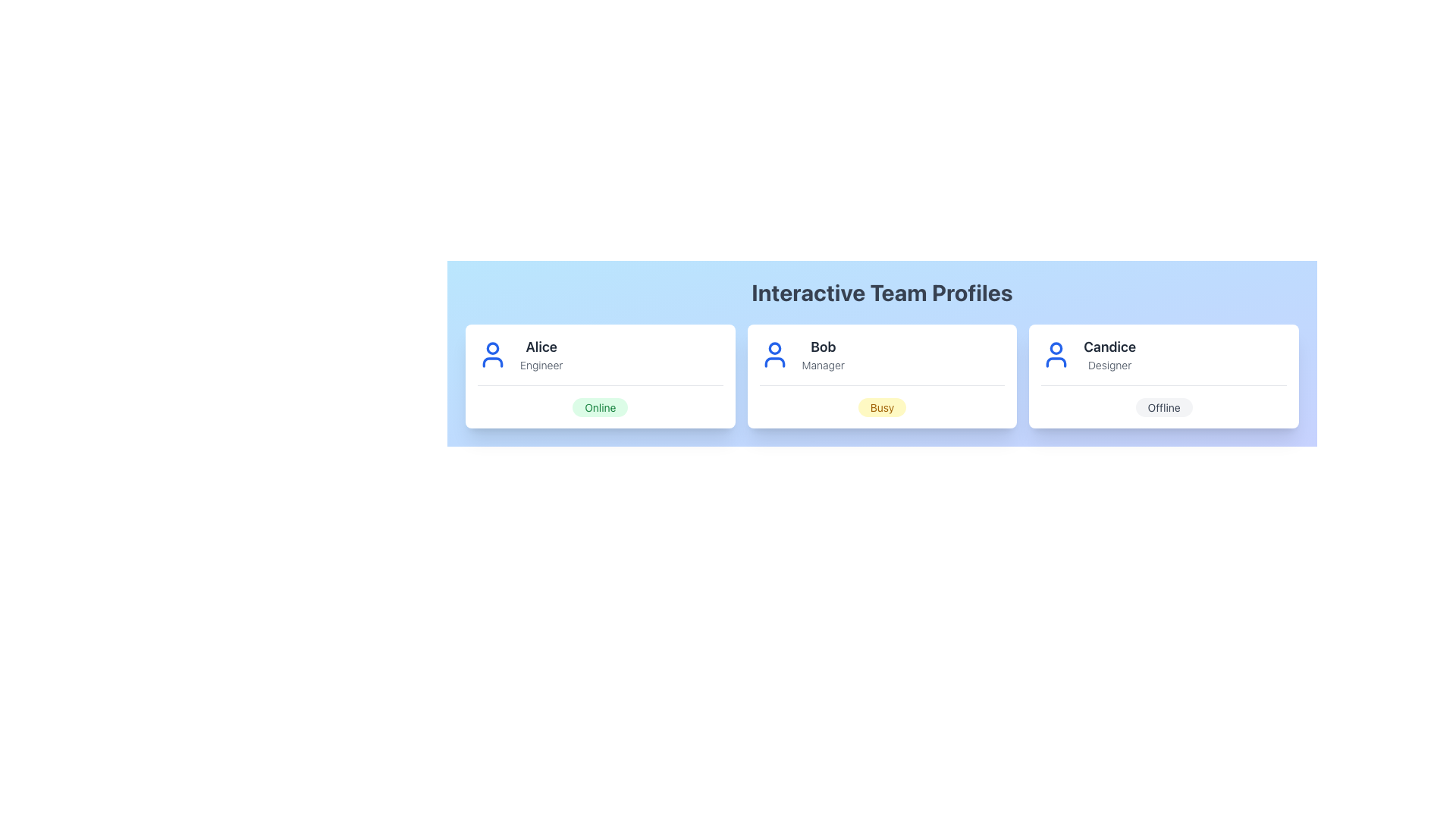 This screenshot has width=1456, height=819. I want to click on the circular node at the top of the profile icon for 'Bob', which represents the user's head and has a blue stroke color, so click(774, 348).